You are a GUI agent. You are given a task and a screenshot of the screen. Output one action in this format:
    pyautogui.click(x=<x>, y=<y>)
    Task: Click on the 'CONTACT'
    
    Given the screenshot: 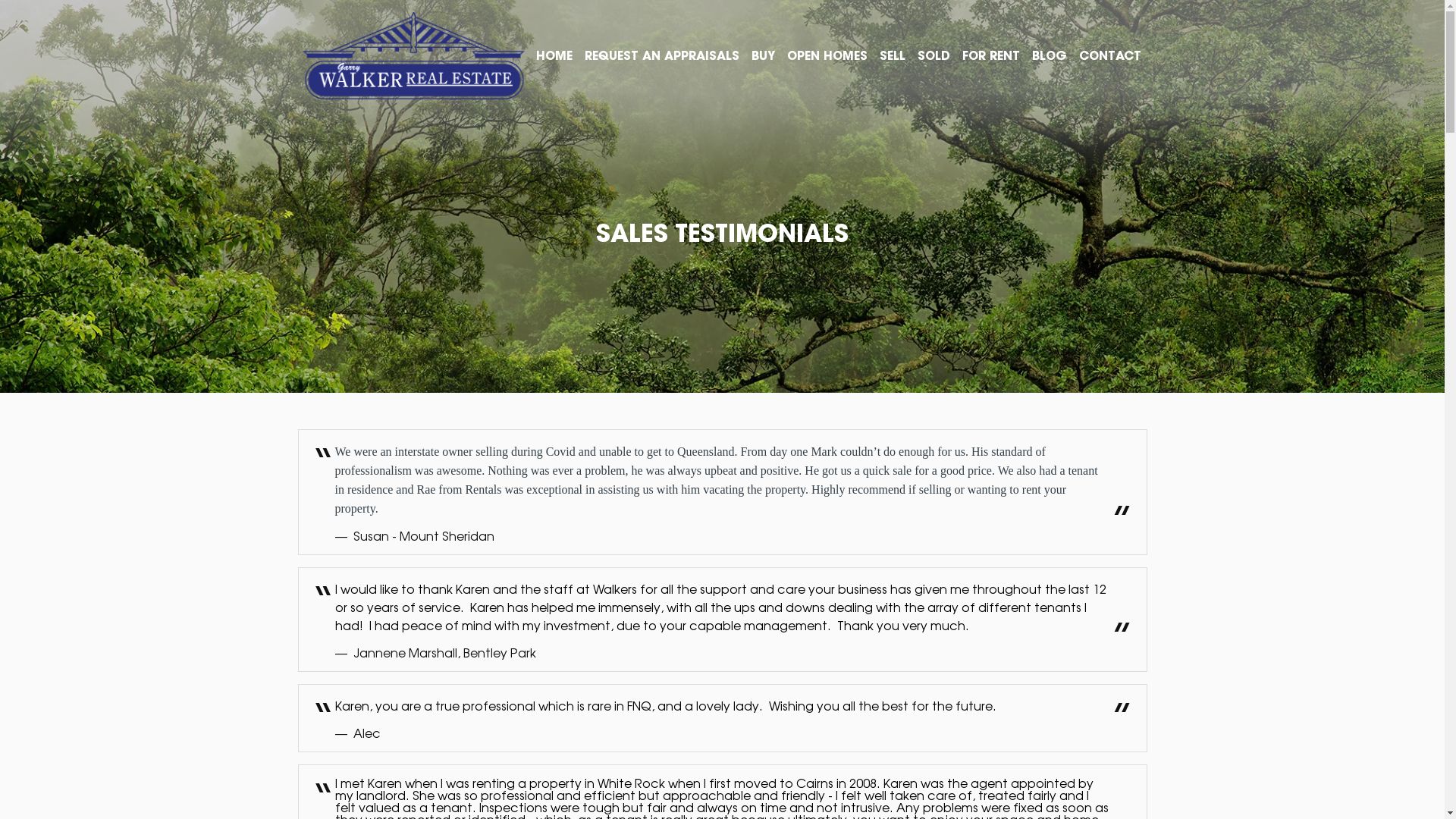 What is the action you would take?
    pyautogui.click(x=1109, y=55)
    